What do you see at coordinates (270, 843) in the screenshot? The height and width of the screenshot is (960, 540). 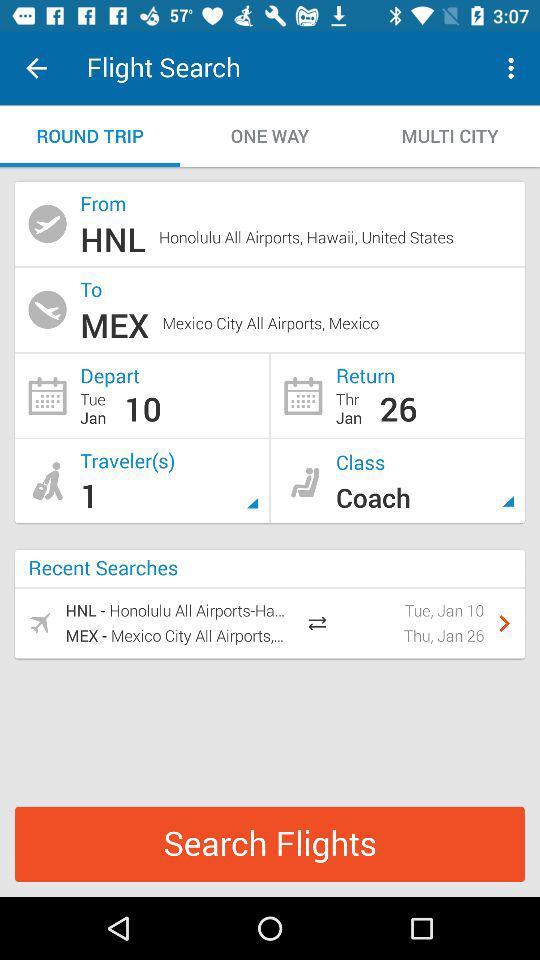 I see `the search flights icon` at bounding box center [270, 843].